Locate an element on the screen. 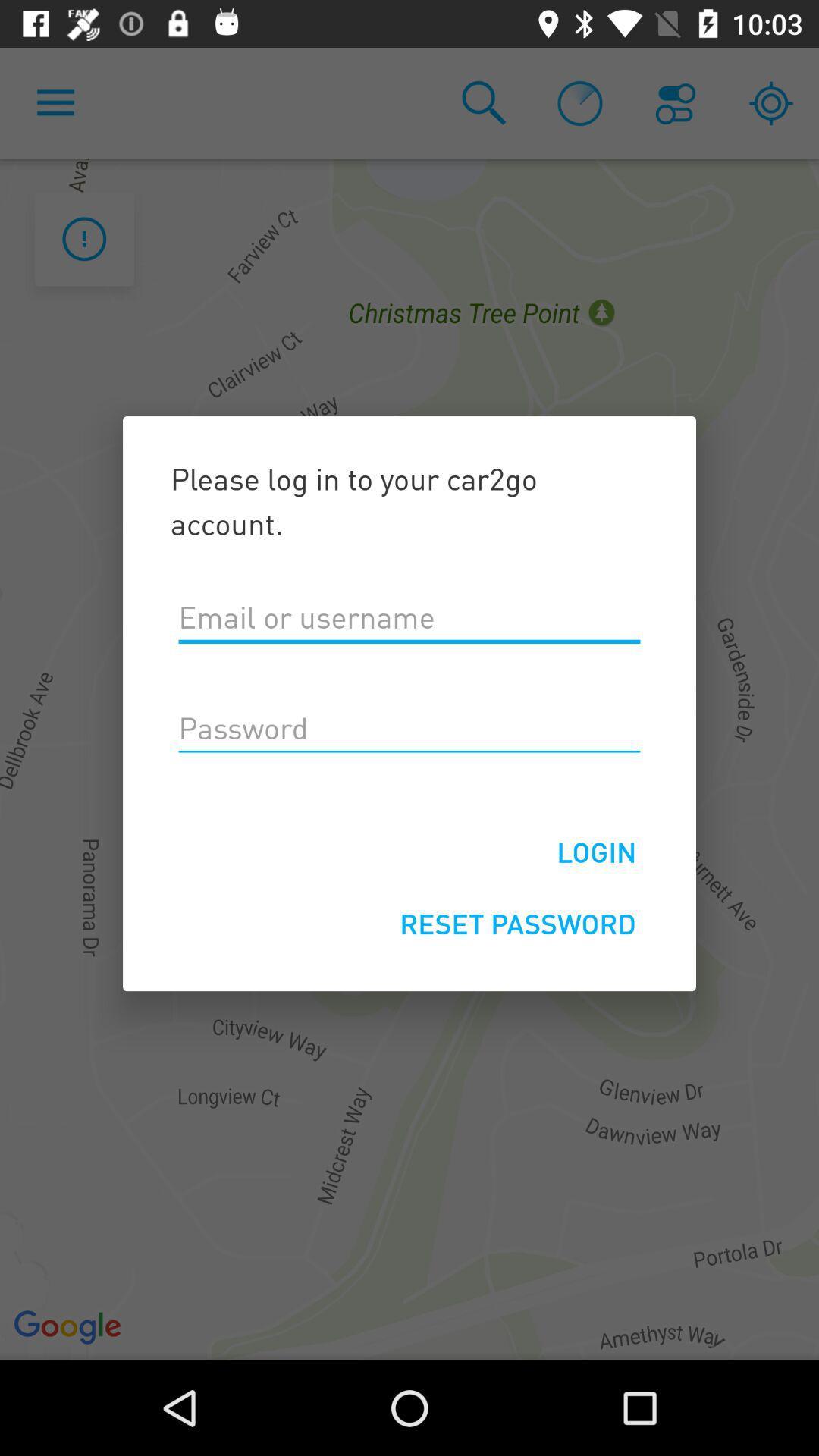 The image size is (819, 1456). type password is located at coordinates (409, 729).